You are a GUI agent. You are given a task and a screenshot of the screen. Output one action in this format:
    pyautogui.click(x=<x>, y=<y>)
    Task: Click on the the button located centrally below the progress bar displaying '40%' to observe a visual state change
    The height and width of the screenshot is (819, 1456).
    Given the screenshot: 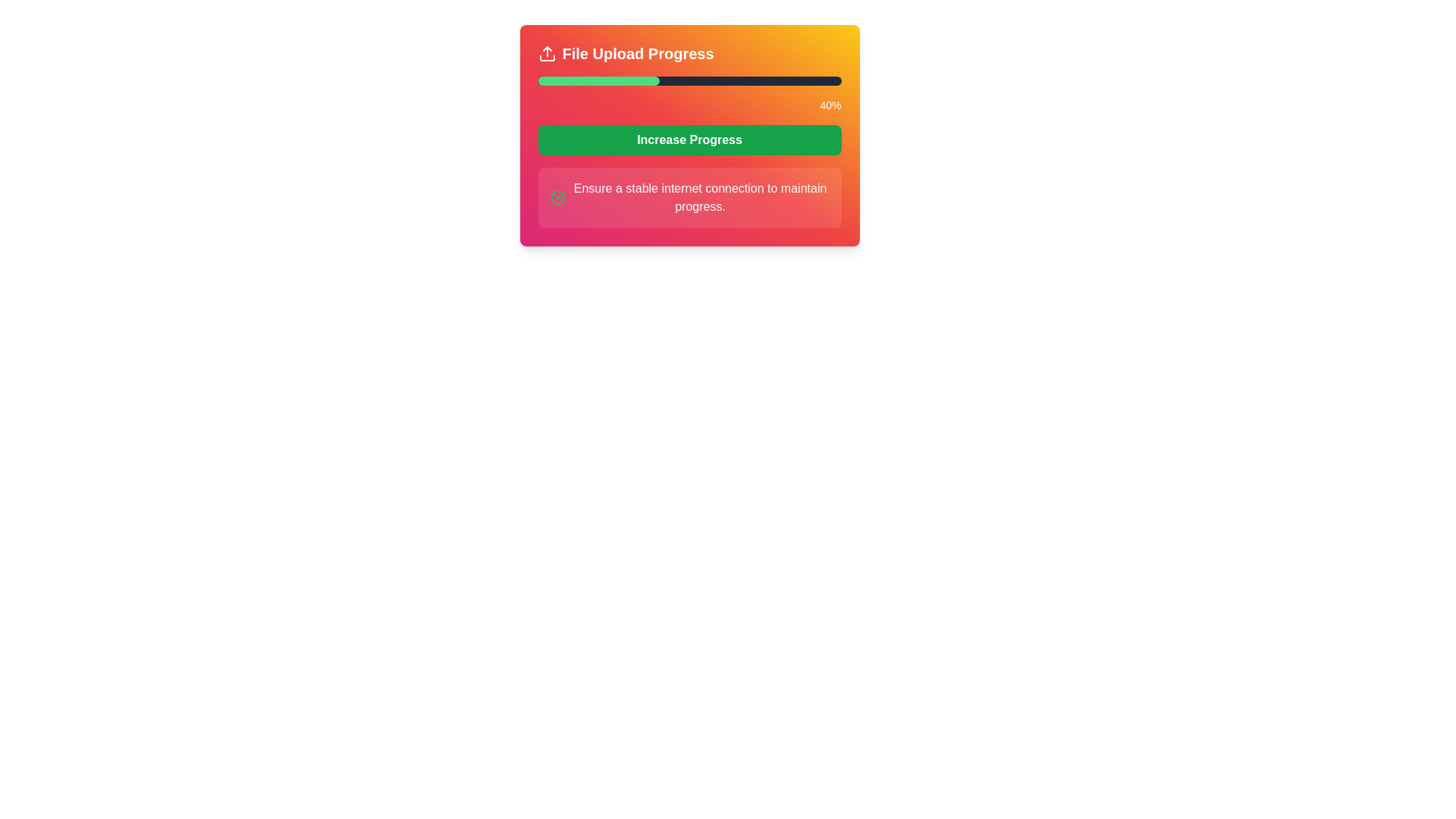 What is the action you would take?
    pyautogui.click(x=689, y=140)
    